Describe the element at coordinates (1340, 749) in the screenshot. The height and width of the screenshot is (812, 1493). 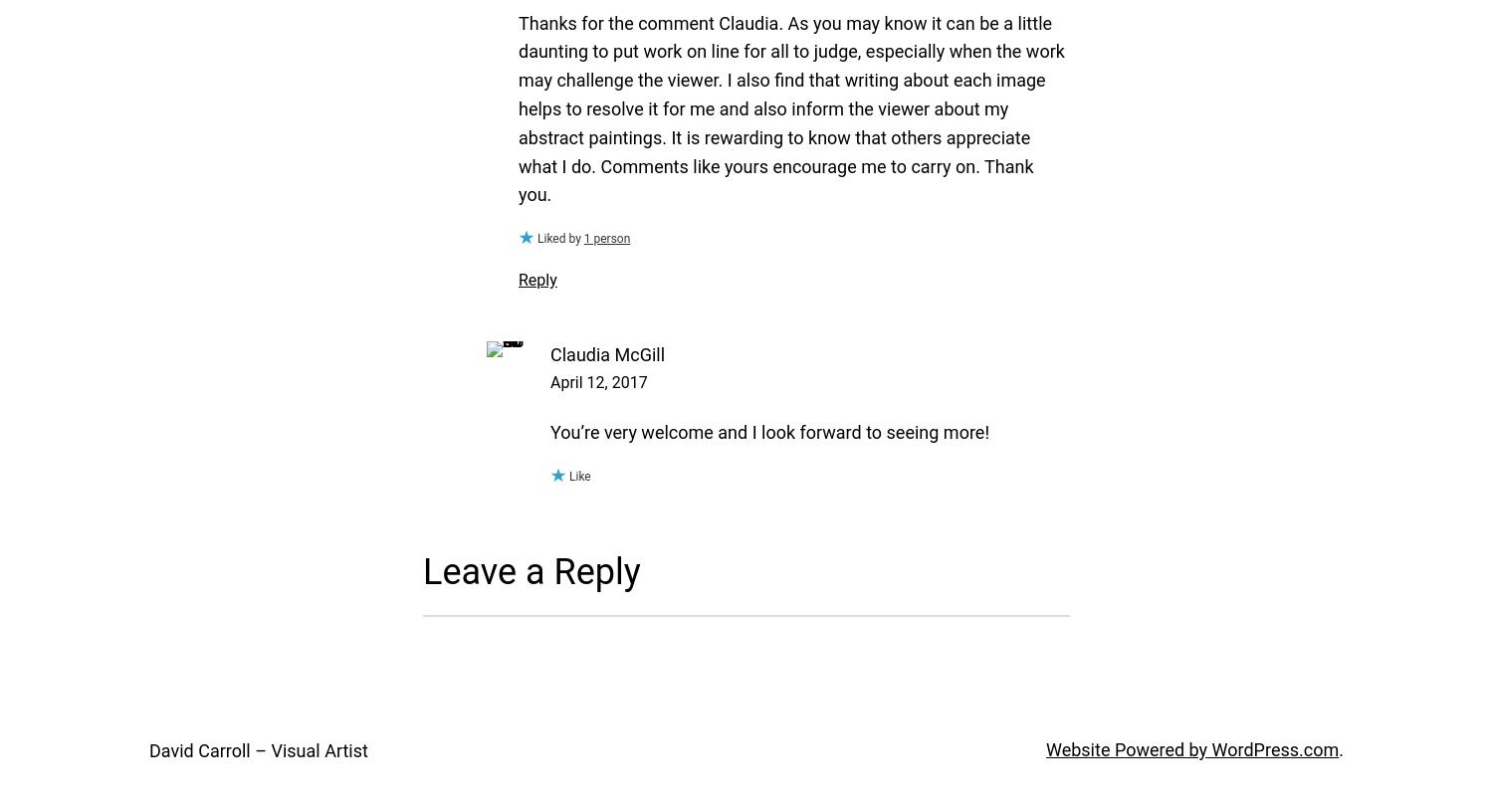
I see `'.'` at that location.